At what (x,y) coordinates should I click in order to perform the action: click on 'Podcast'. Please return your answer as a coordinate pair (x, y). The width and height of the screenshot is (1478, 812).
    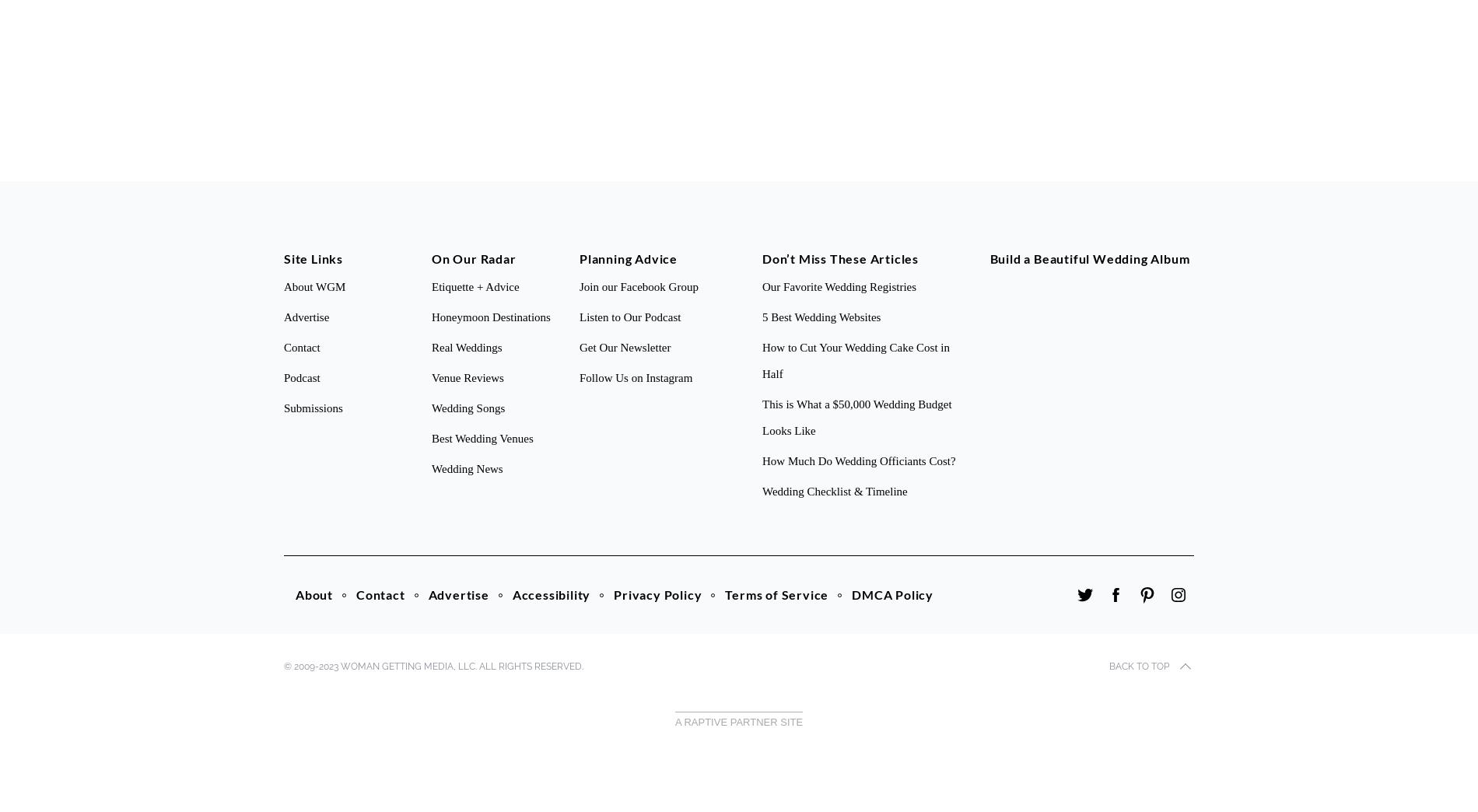
    Looking at the image, I should click on (300, 377).